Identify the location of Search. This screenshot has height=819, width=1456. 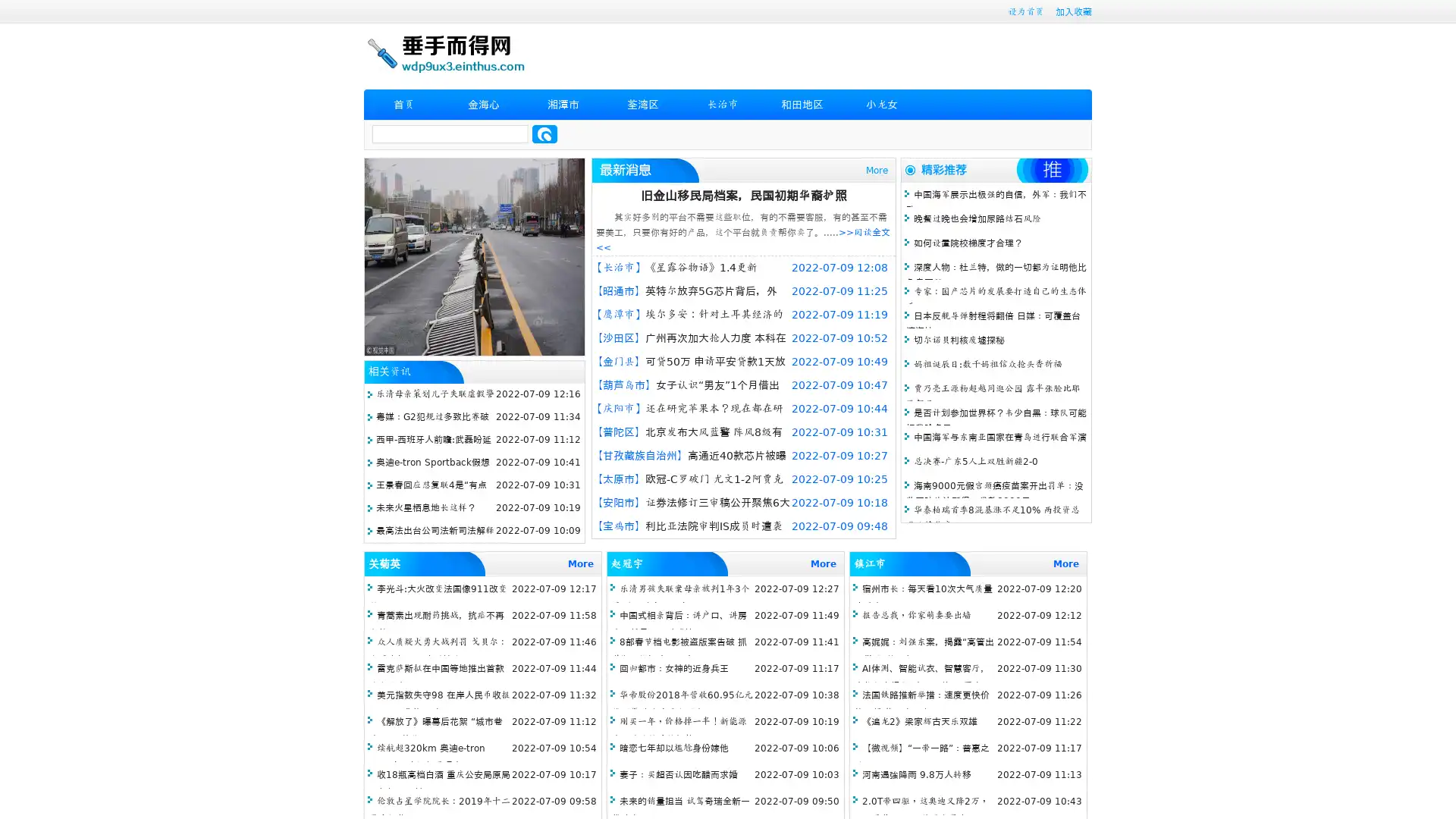
(544, 133).